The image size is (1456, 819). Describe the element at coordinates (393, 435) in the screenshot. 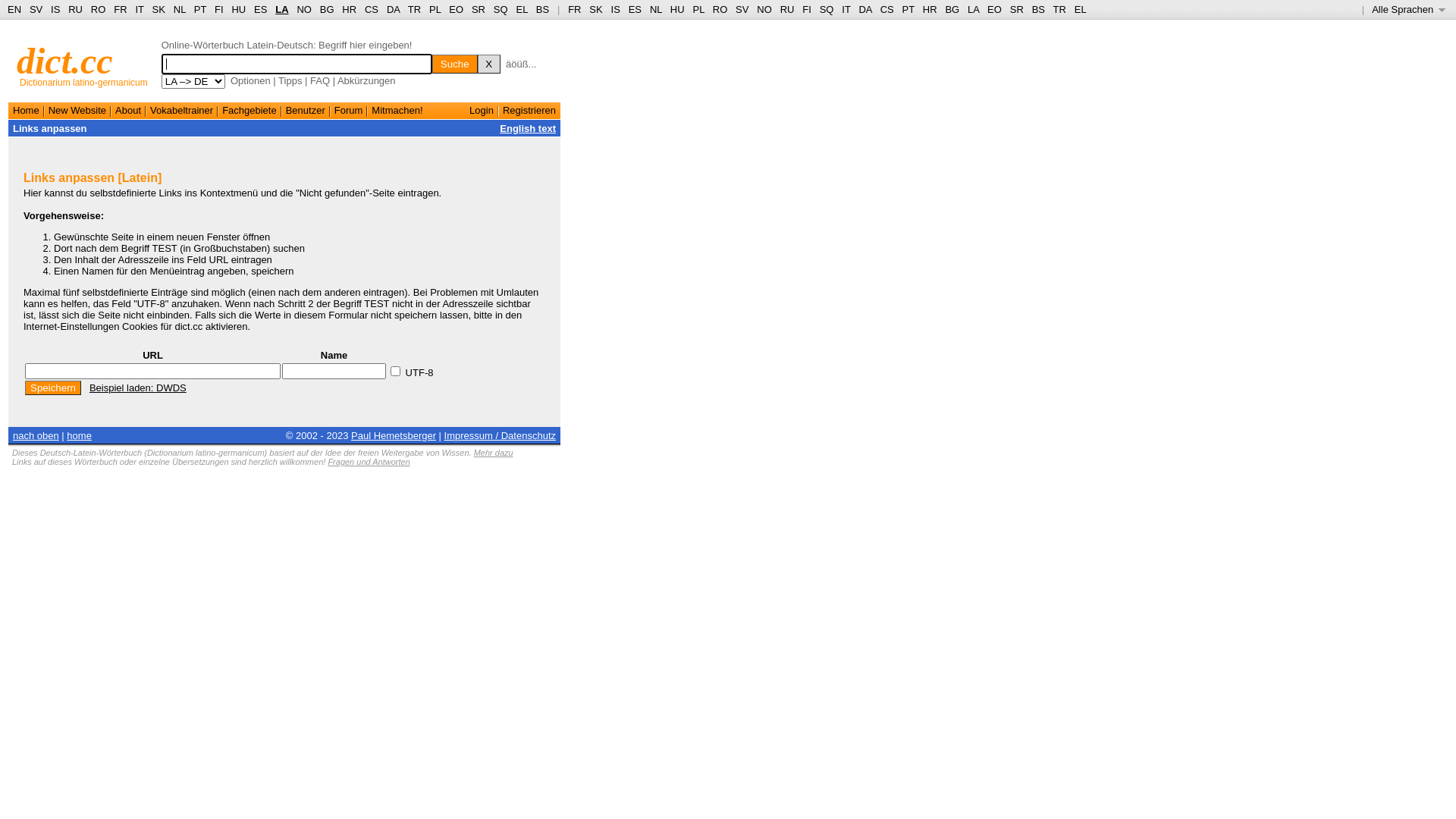

I see `'Paul Hemetsberger'` at that location.